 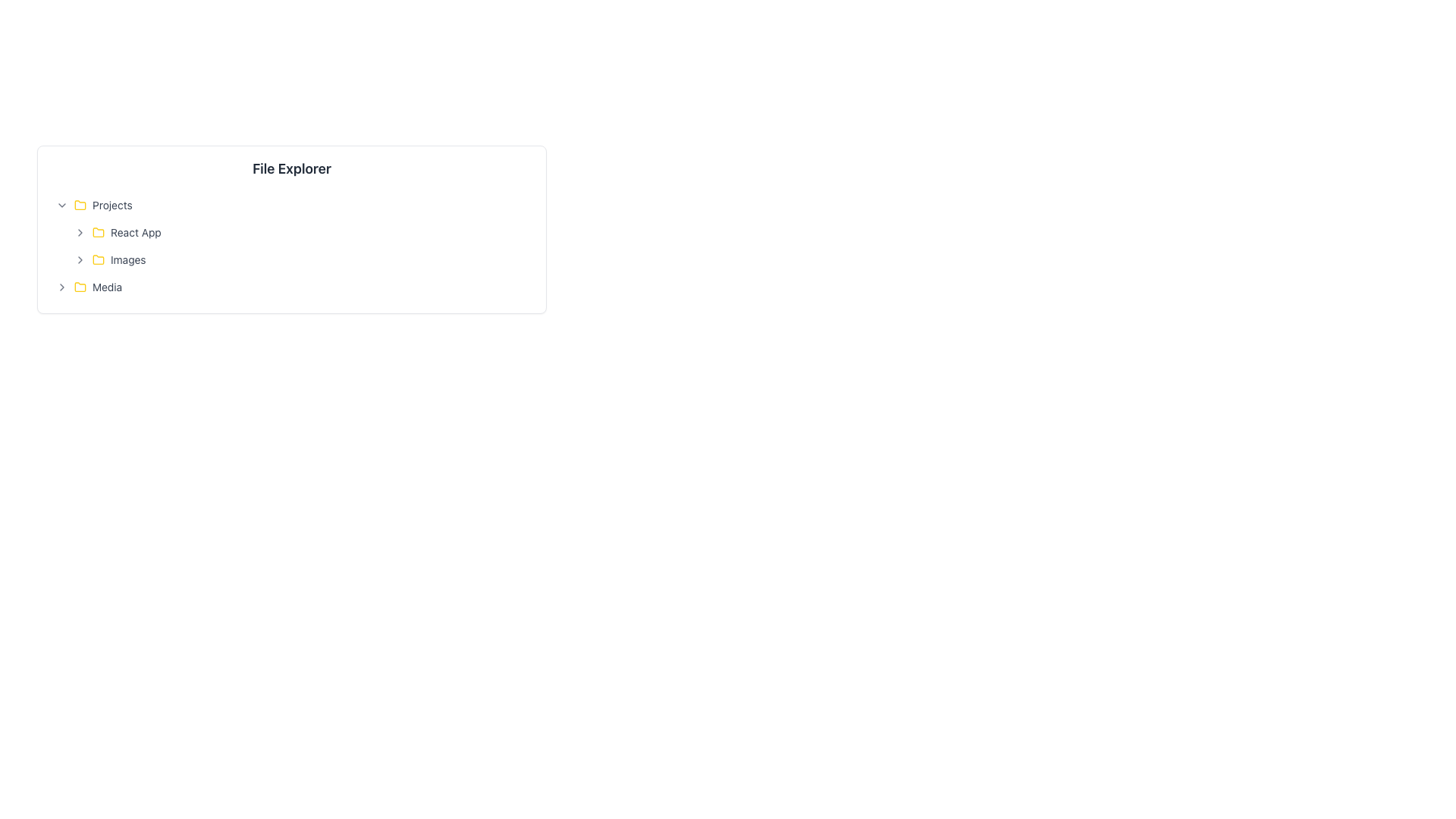 I want to click on the yellow folder icon located to the left of the 'Media' text item, which is styled with a stroke outline and rounded corners, so click(x=79, y=287).